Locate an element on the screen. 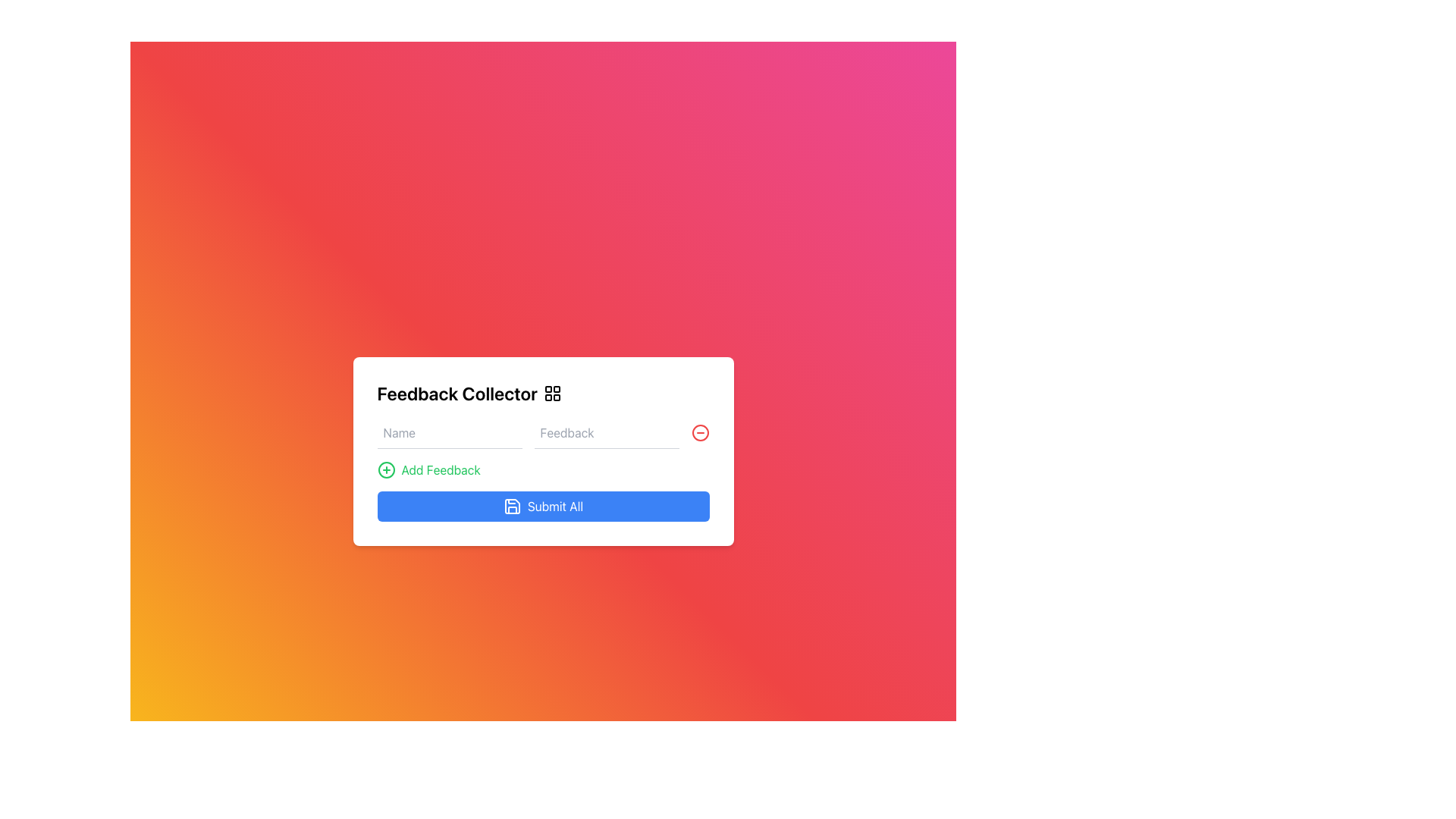  the save icon, which is a floppy disk outline with rounded corners, located next to the 'Submit All' button is located at coordinates (512, 506).